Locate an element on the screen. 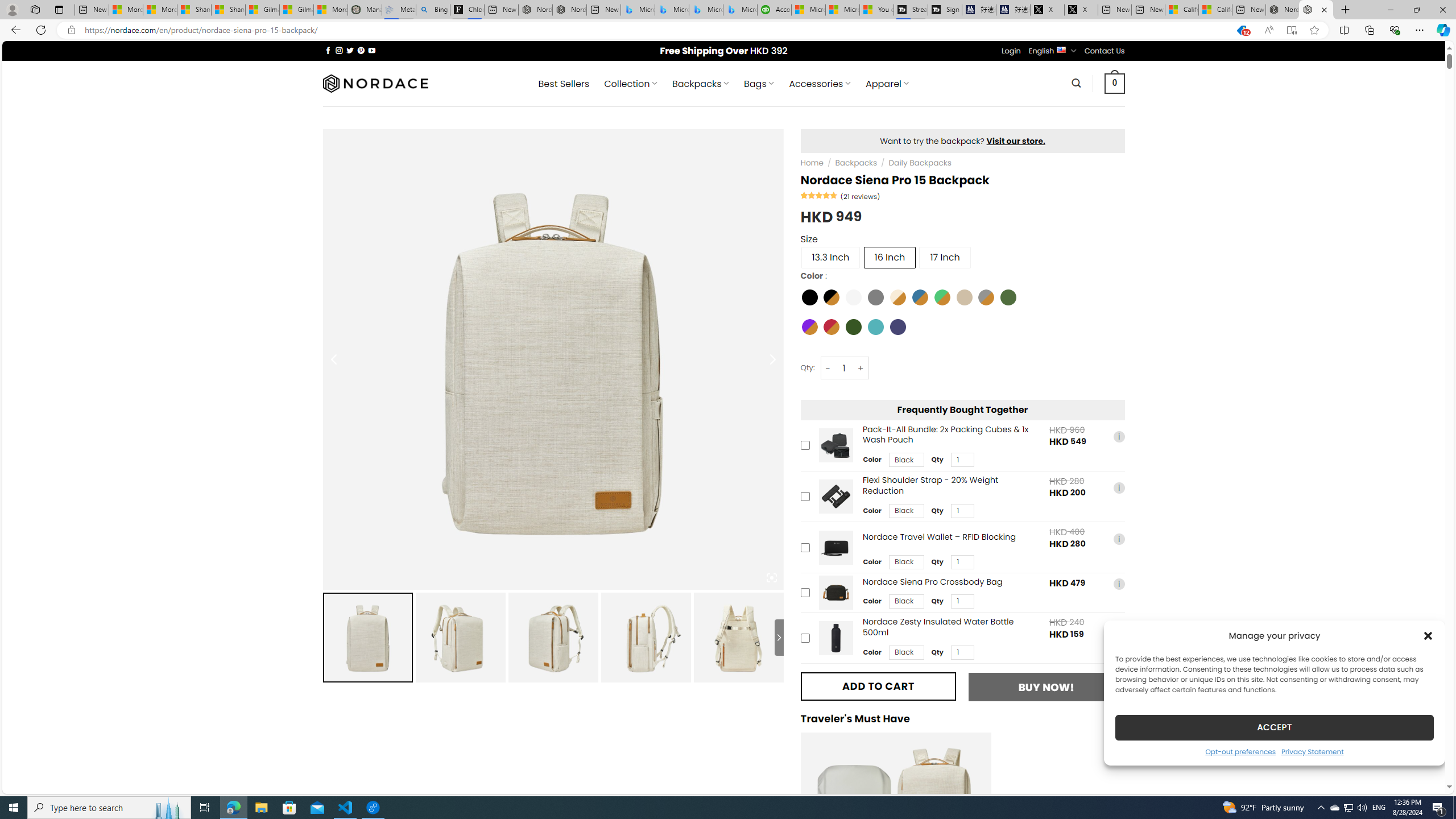  '(21 reviews)' is located at coordinates (860, 196).